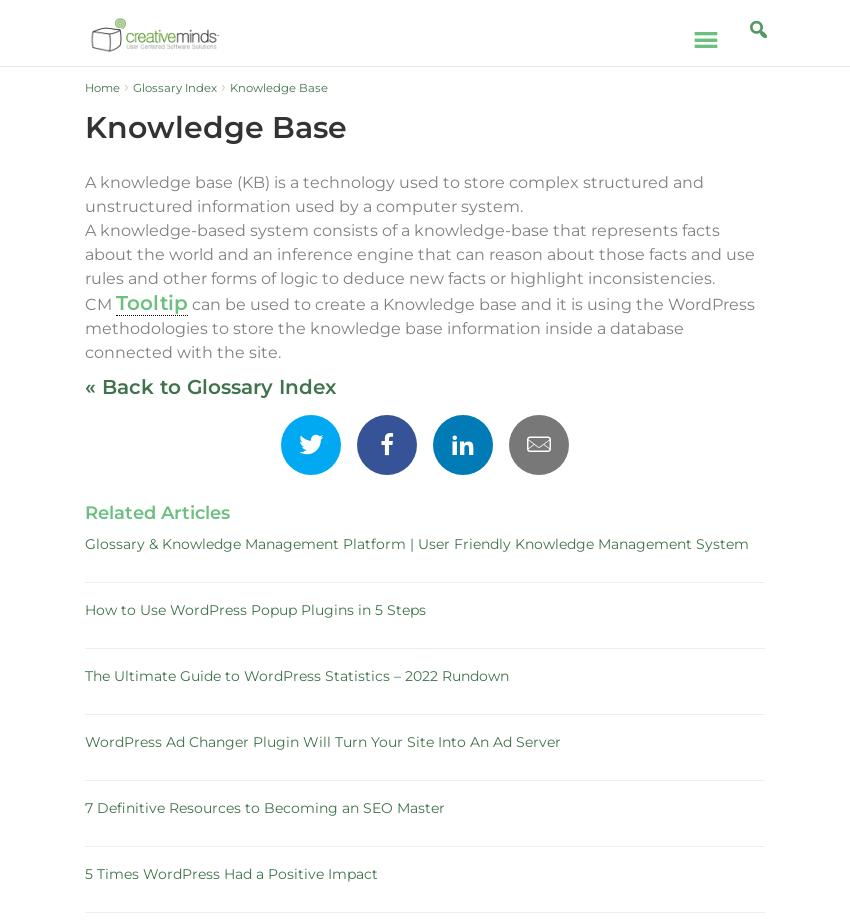 The image size is (850, 924). I want to click on 'WordPress Ad Changer Plugin Will Turn Your Site Into An Ad Server', so click(323, 741).